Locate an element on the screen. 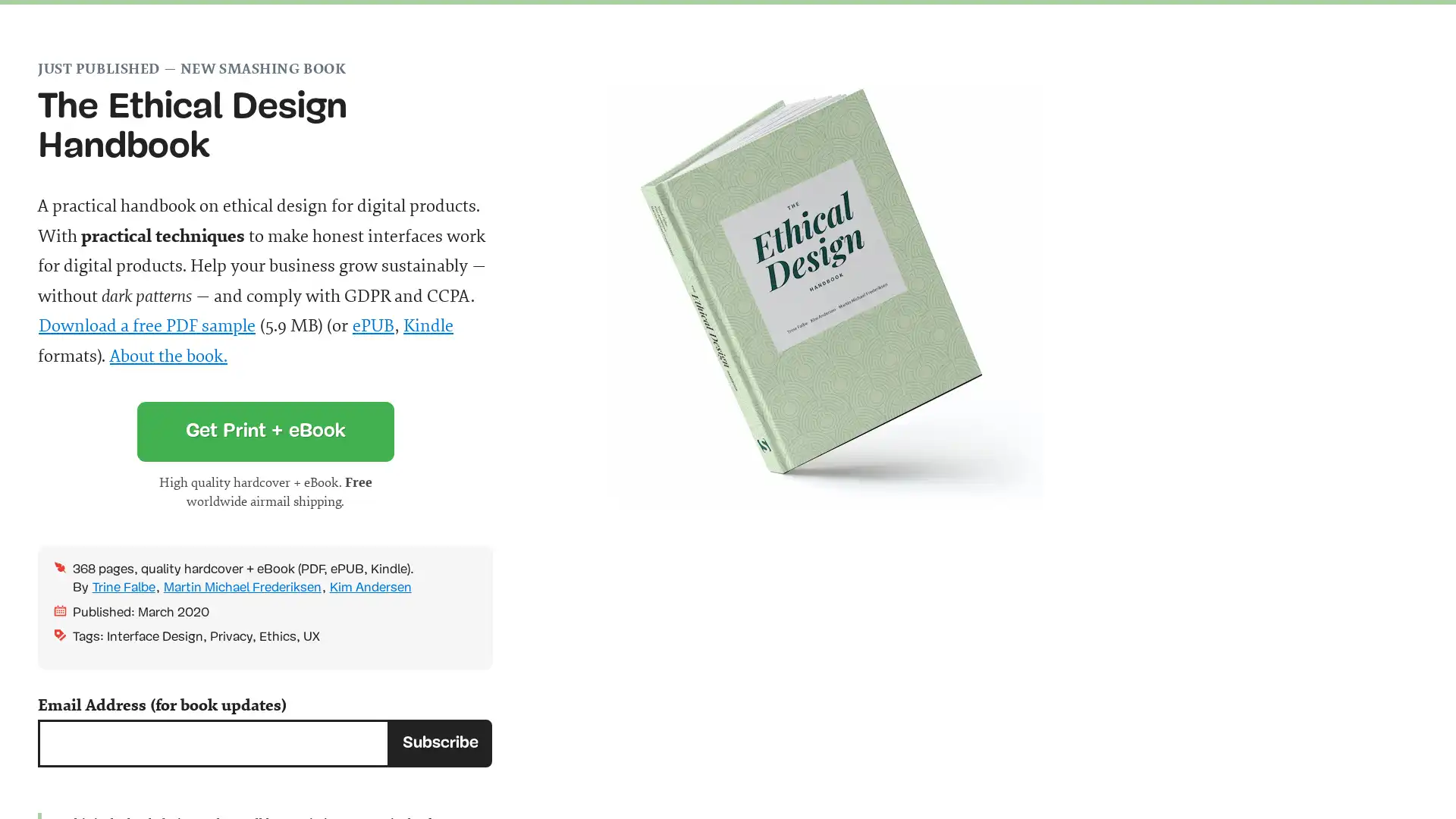 Image resolution: width=1456 pixels, height=819 pixels. Subscribe is located at coordinates (439, 742).